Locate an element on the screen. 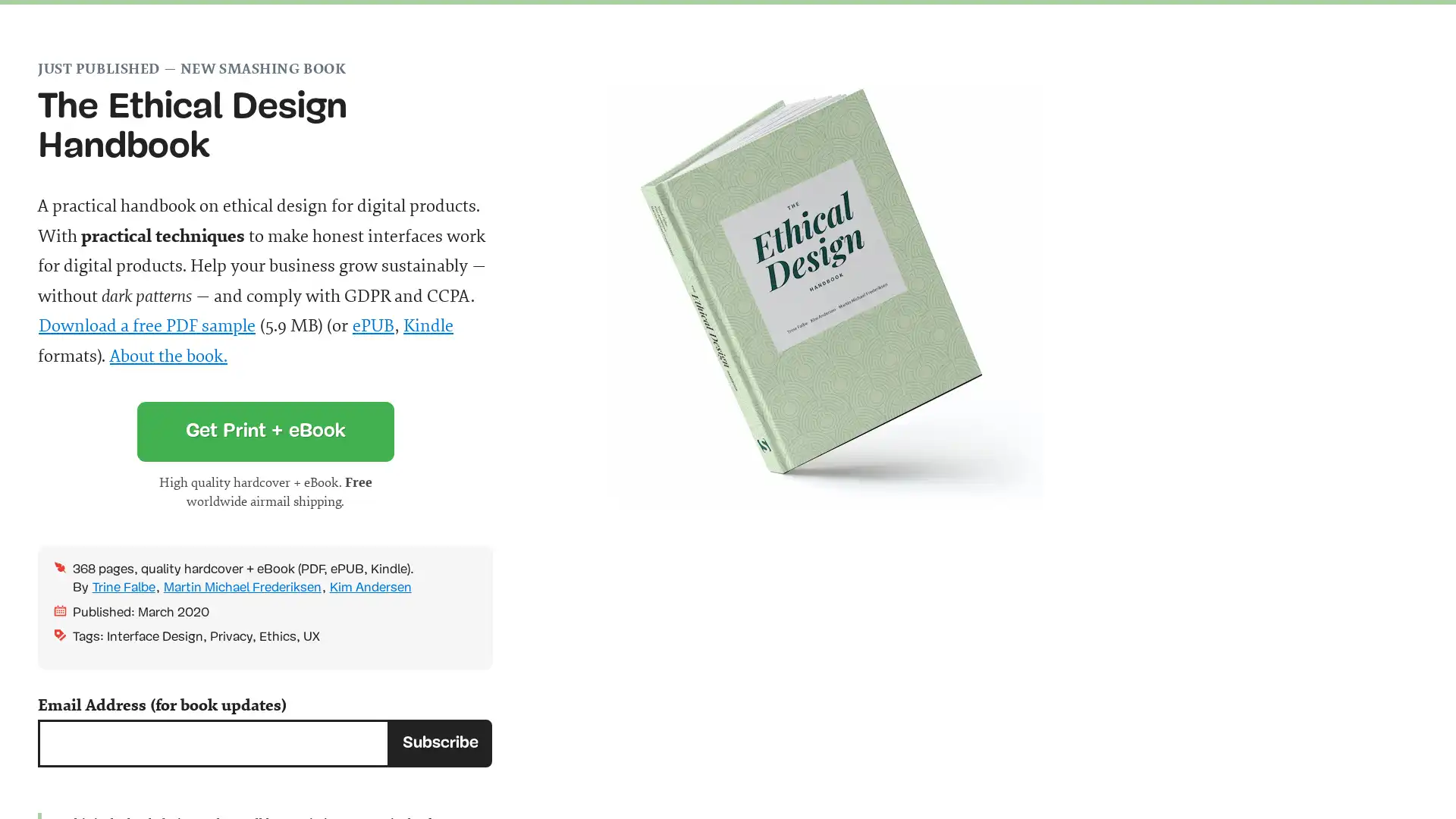 Image resolution: width=1456 pixels, height=819 pixels. Subscribe is located at coordinates (439, 742).